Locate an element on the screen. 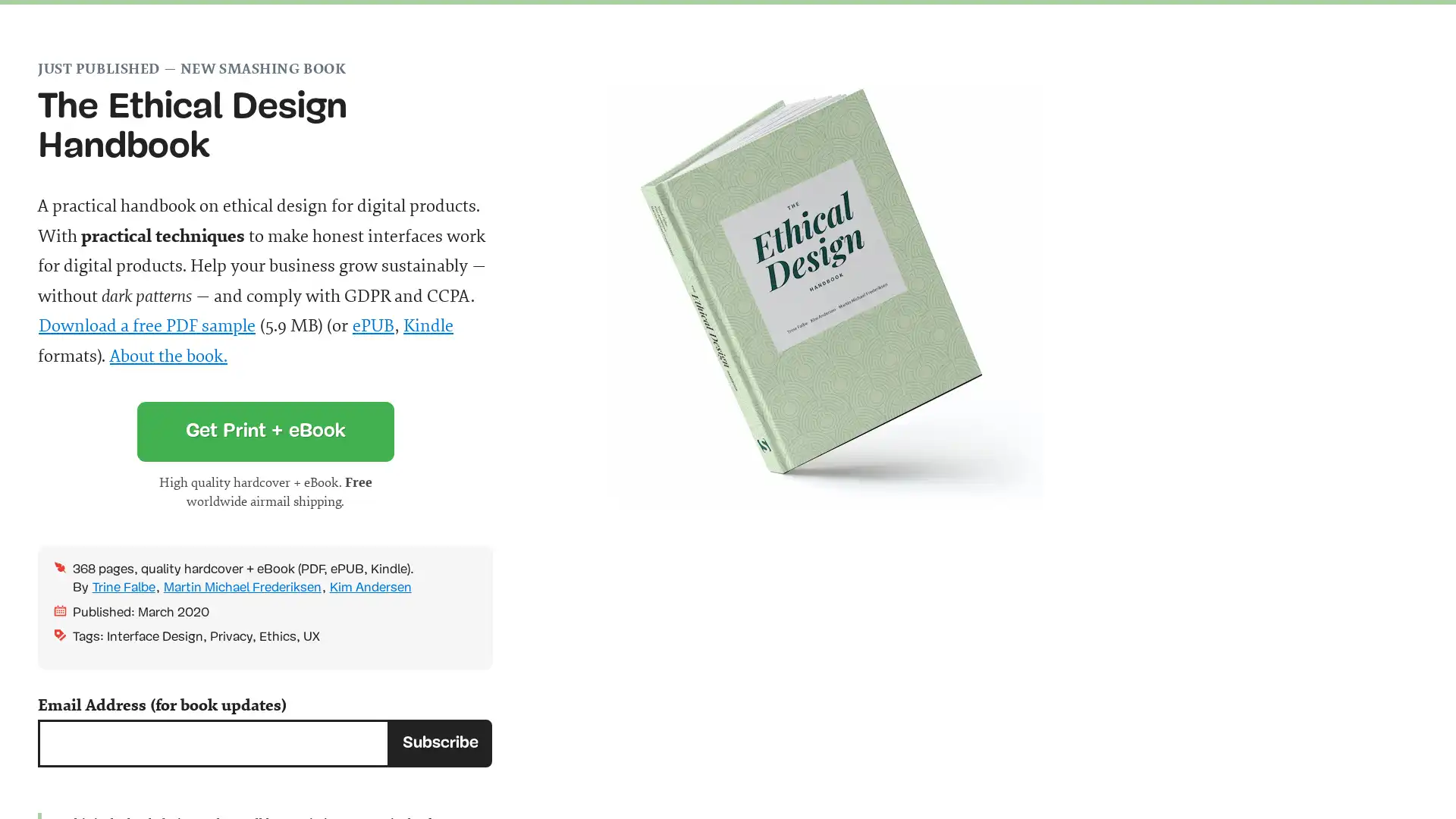 Image resolution: width=1456 pixels, height=819 pixels. Subscribe is located at coordinates (439, 742).